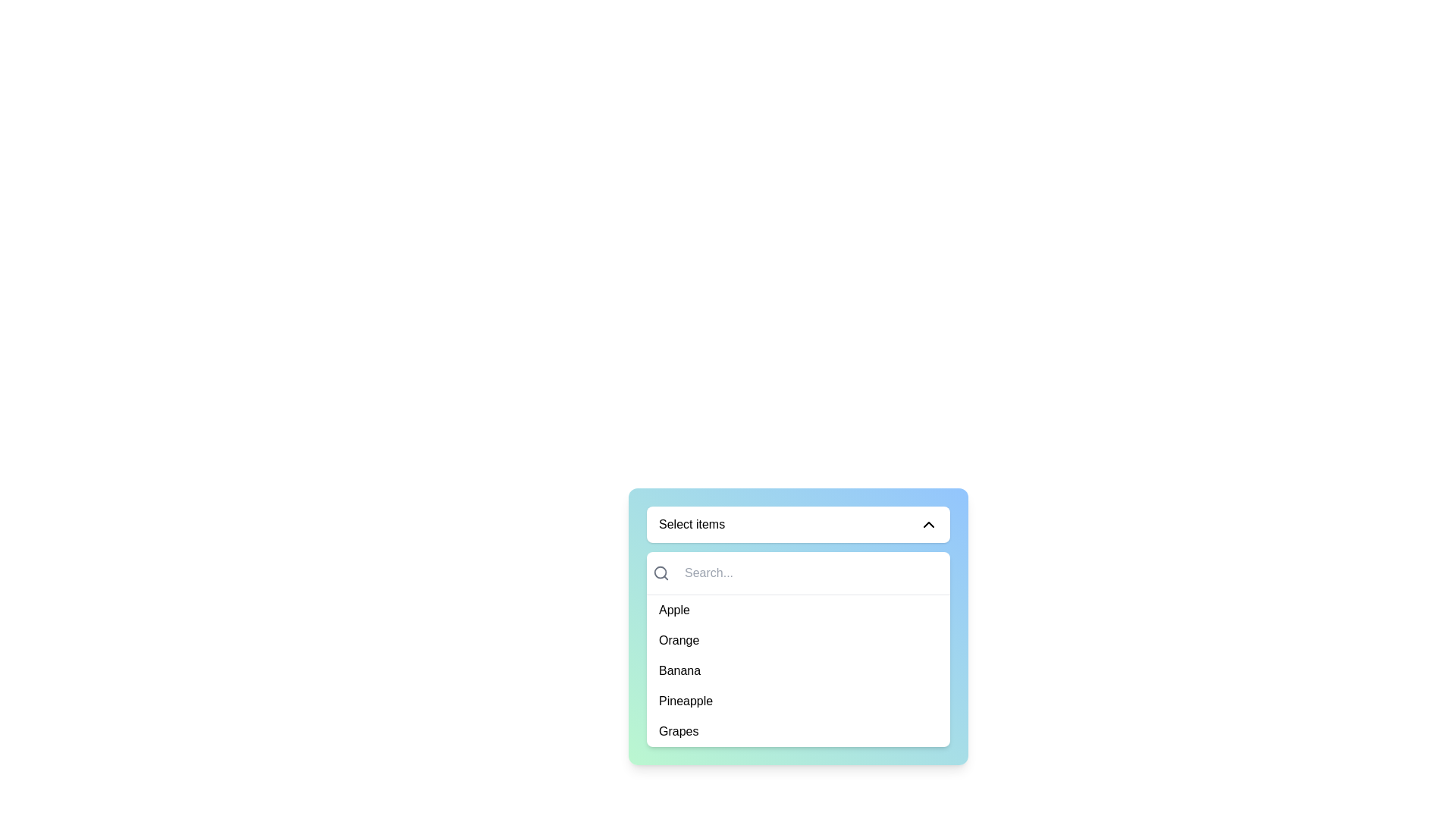 The width and height of the screenshot is (1456, 819). I want to click on the third entry in the dropdown list that represents 'Banana' to activate the hover effect, so click(797, 670).